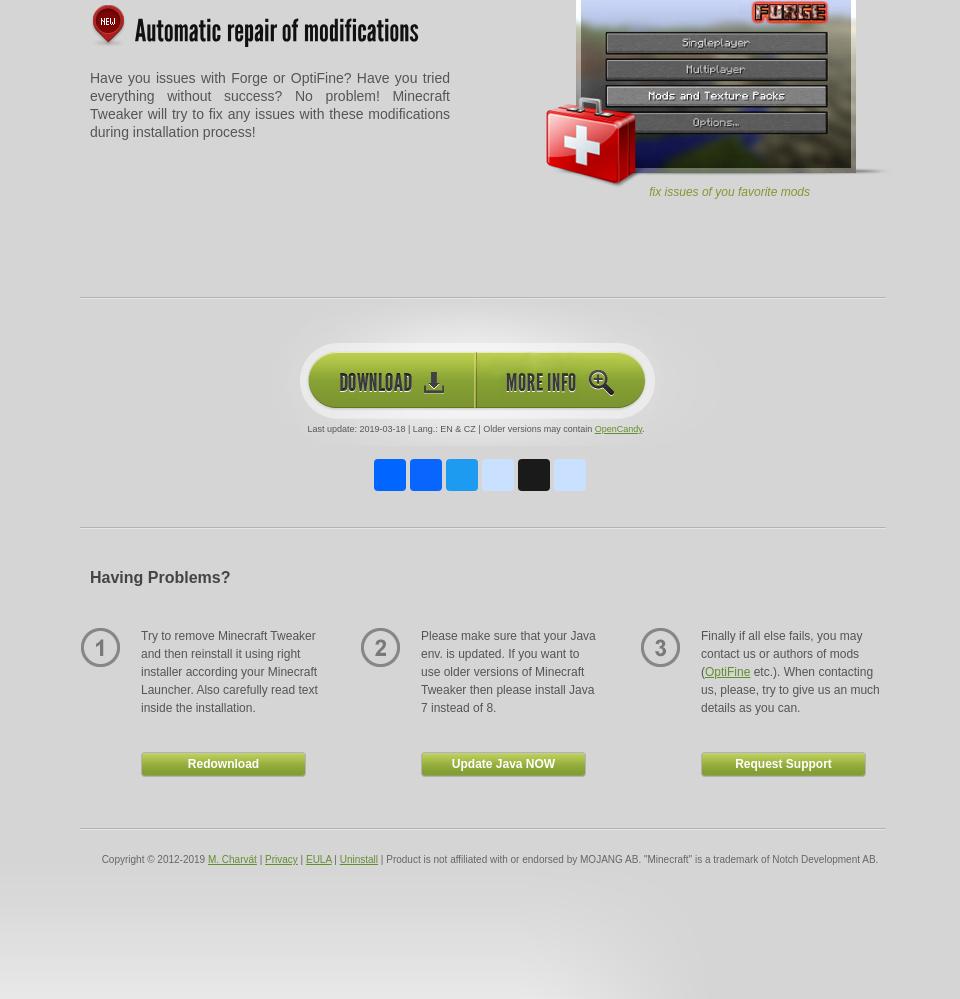  What do you see at coordinates (642, 427) in the screenshot?
I see `'.'` at bounding box center [642, 427].